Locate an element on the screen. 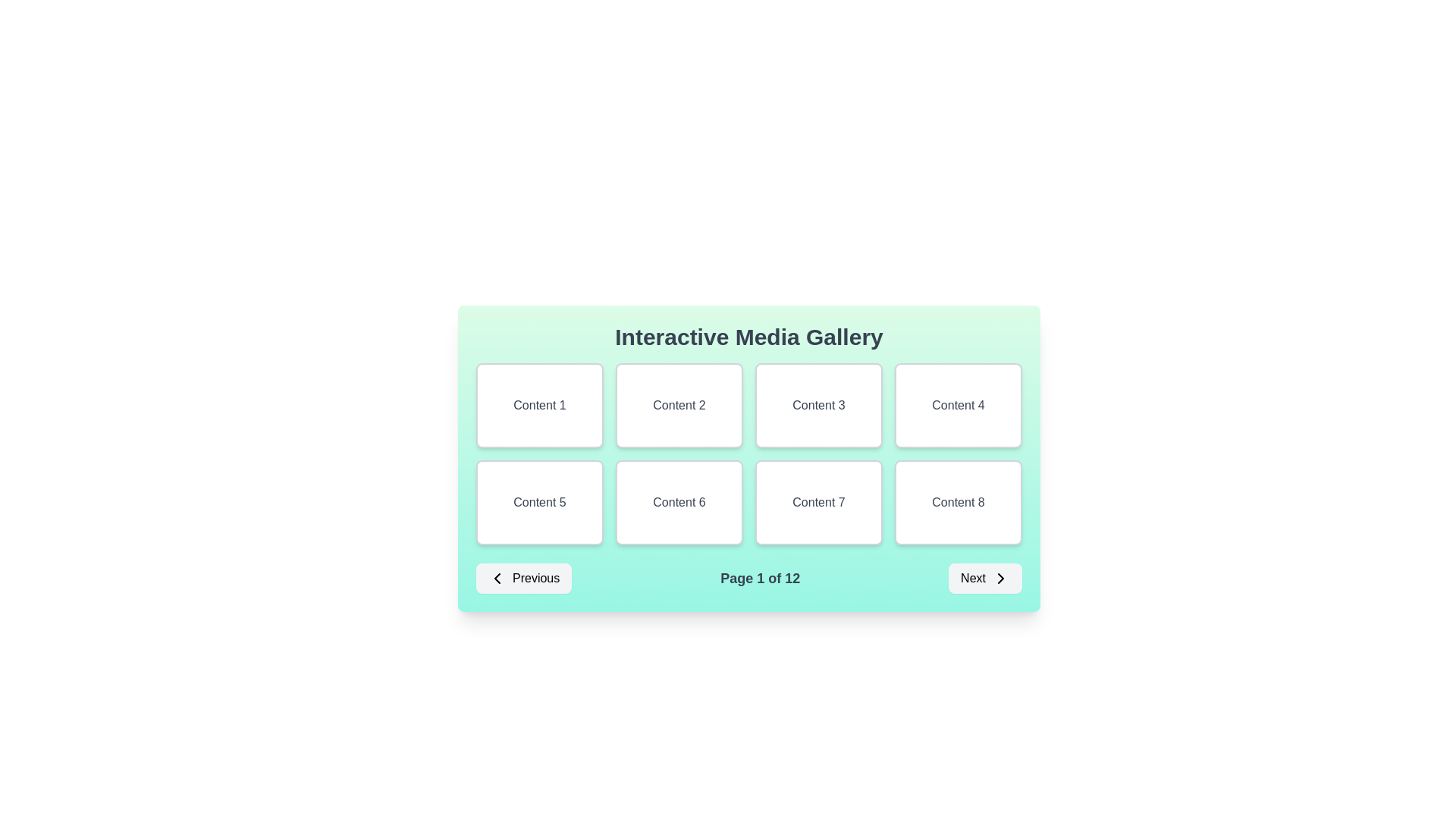 The width and height of the screenshot is (1456, 819). the 'Content 6' button, which is a rectangular button with rounded corners, a white background, and gray text, located in the second grid row and second column of a 4x2 grid layout is located at coordinates (679, 503).